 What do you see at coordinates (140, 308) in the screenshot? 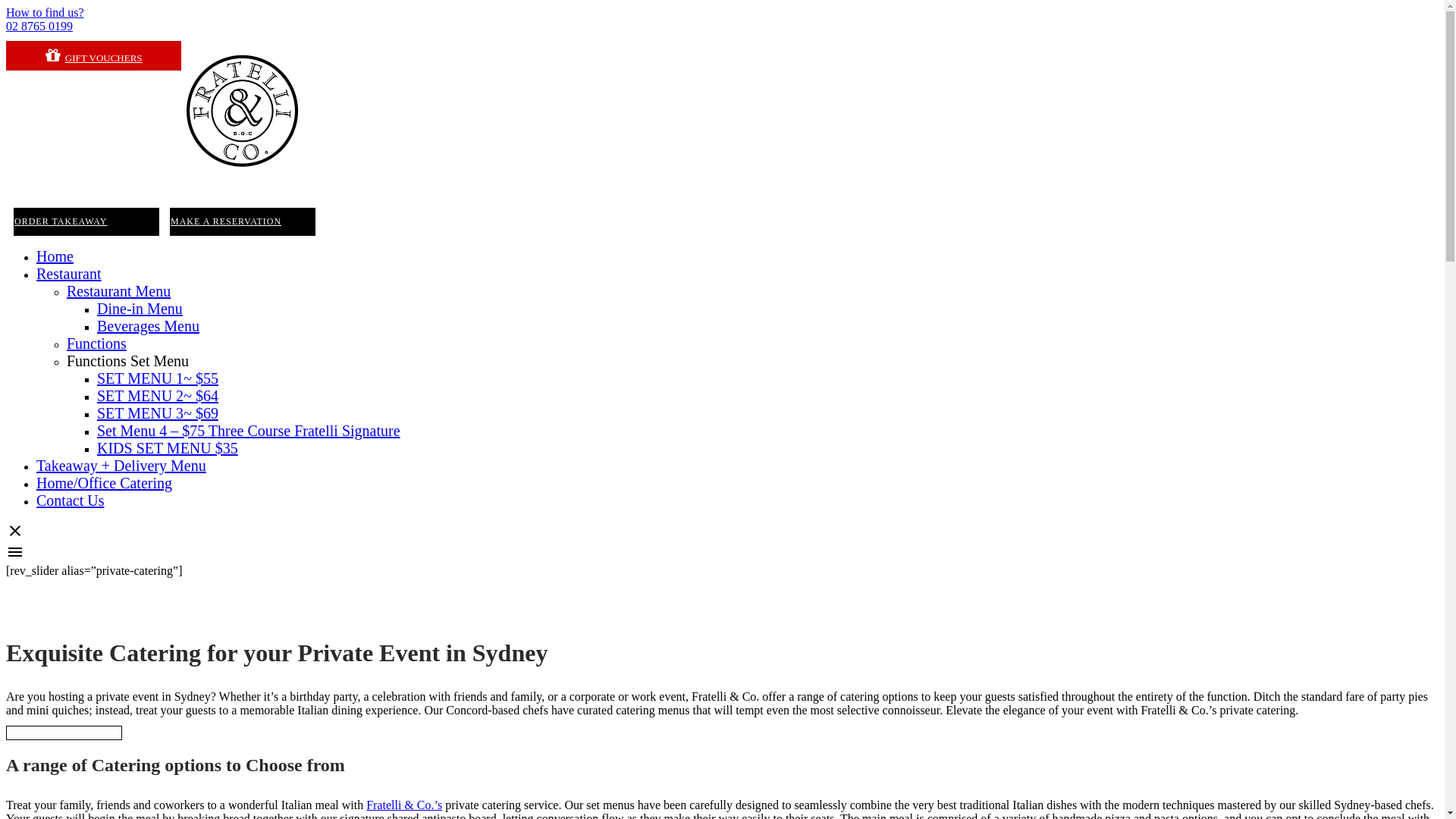
I see `'Dine-in Menu'` at bounding box center [140, 308].